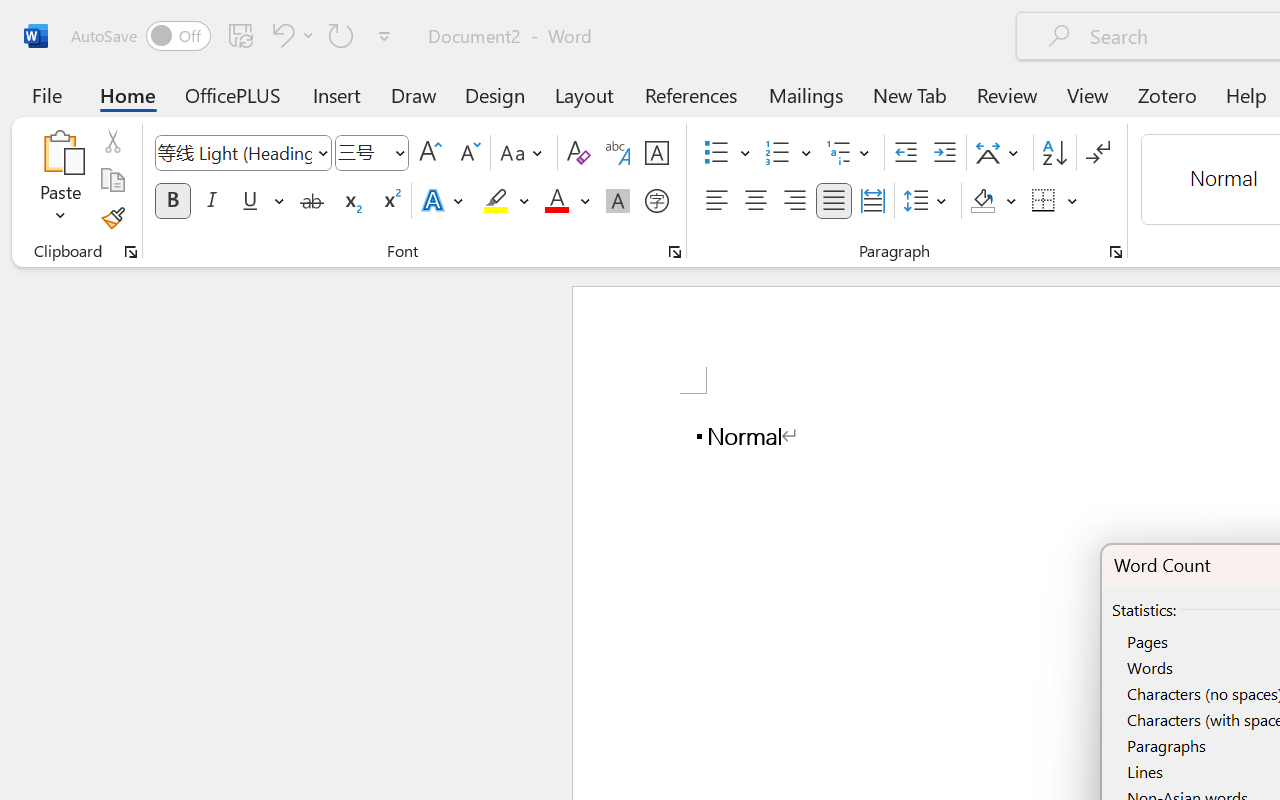  What do you see at coordinates (111, 179) in the screenshot?
I see `'Copy'` at bounding box center [111, 179].